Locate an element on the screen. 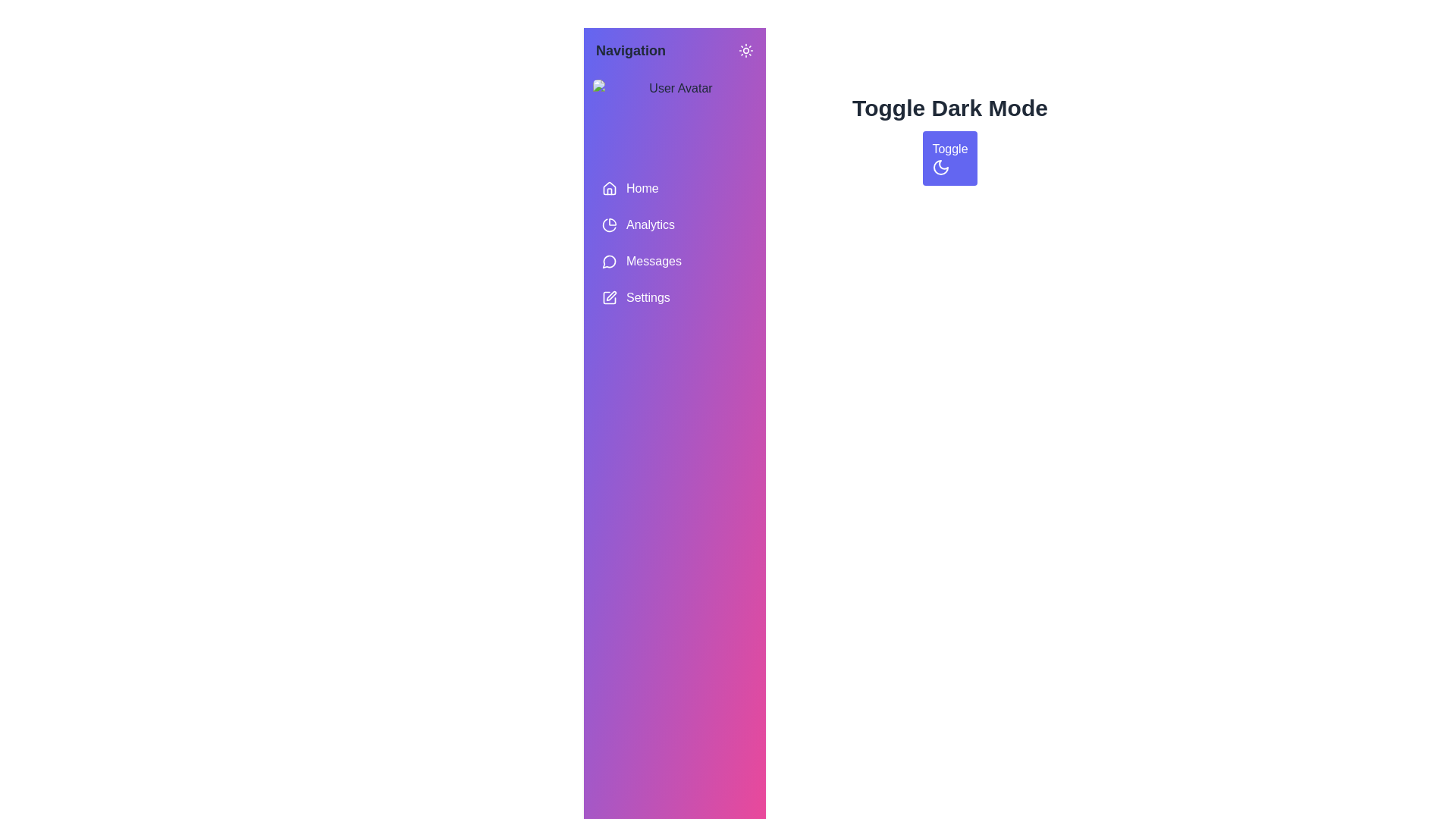  the Messages navigation item in the sidebar is located at coordinates (673, 260).